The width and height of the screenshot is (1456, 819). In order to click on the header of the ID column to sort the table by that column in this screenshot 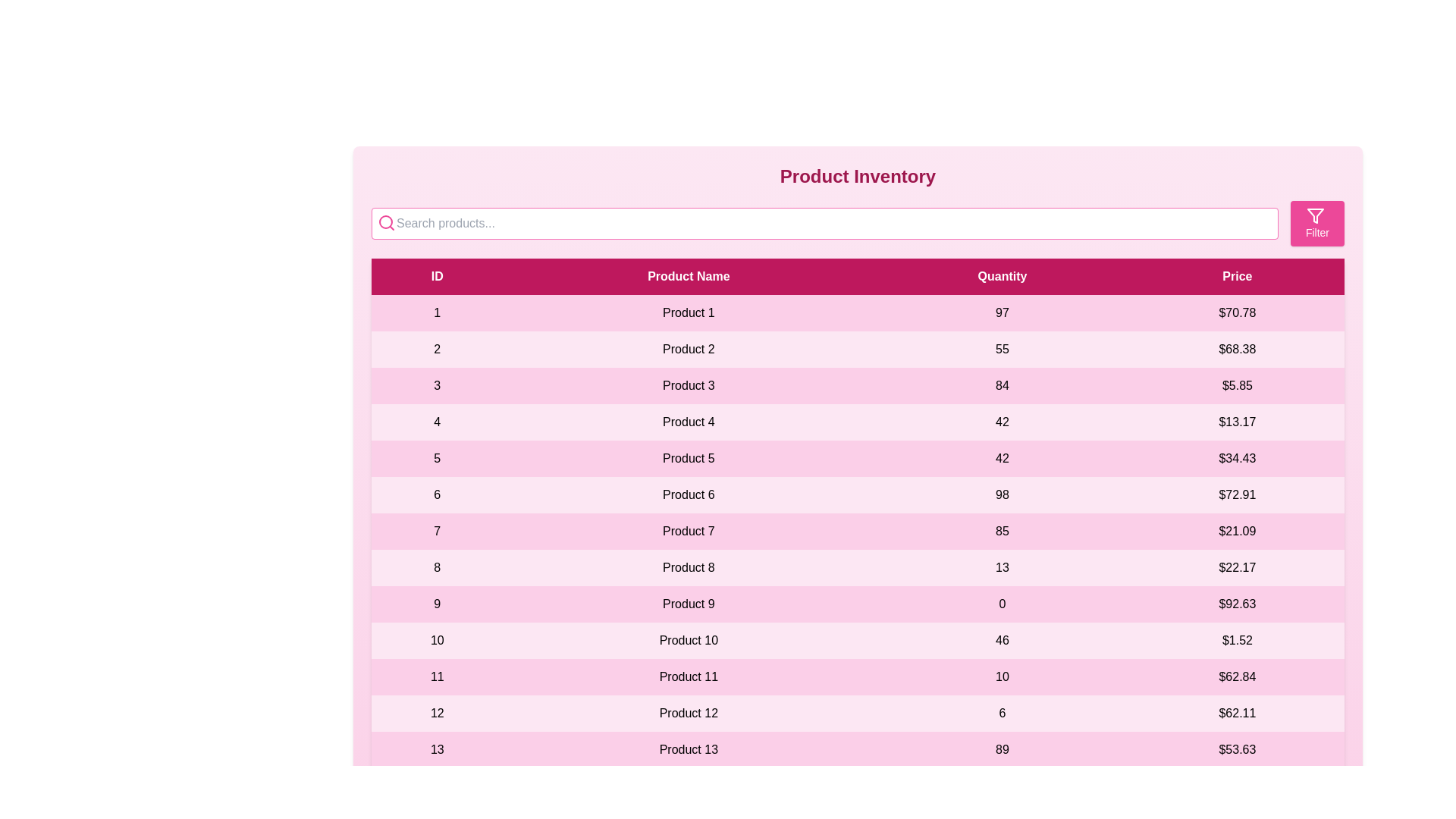, I will do `click(436, 277)`.